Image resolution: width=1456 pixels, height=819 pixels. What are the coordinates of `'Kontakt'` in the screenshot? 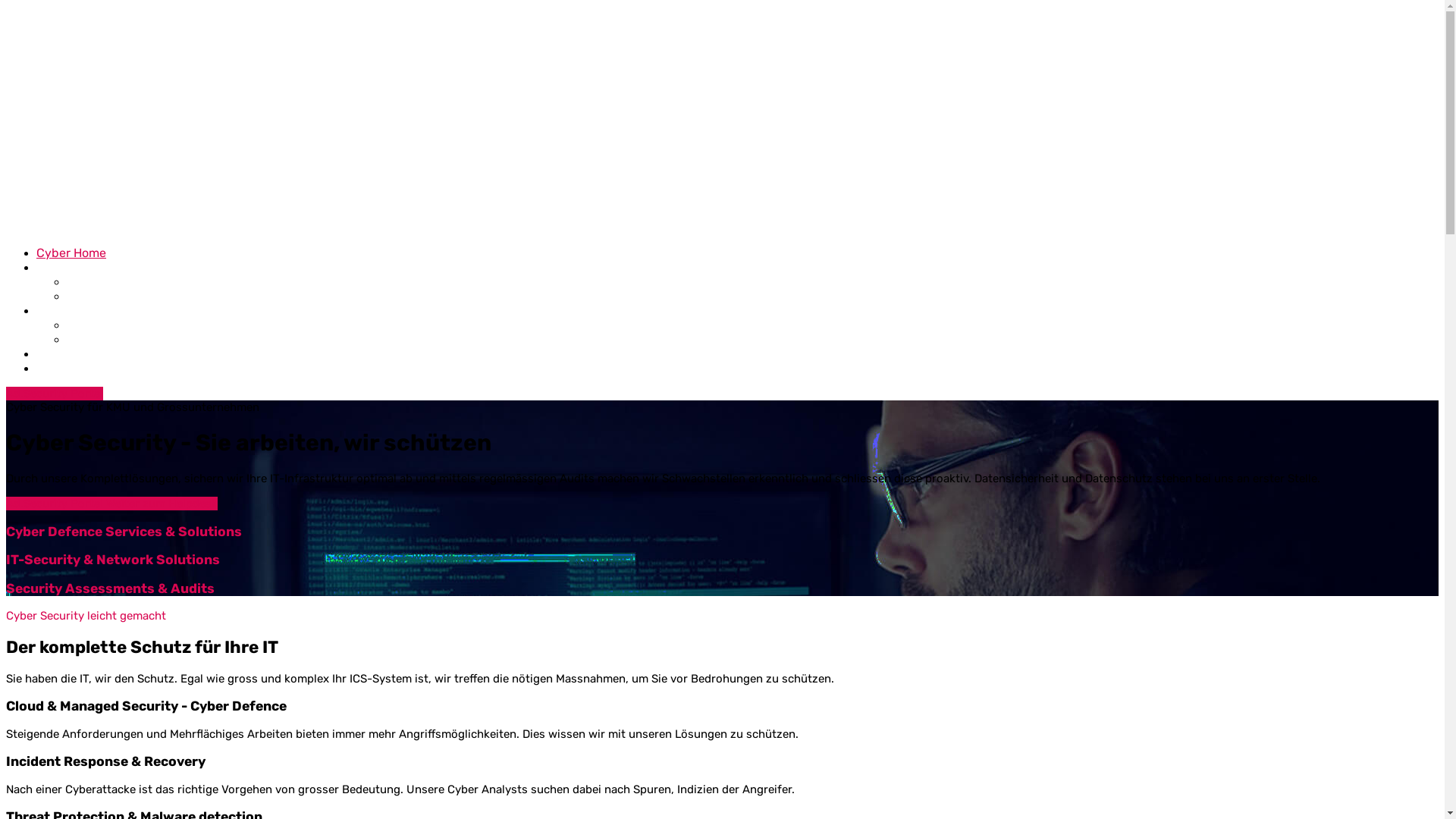 It's located at (58, 368).